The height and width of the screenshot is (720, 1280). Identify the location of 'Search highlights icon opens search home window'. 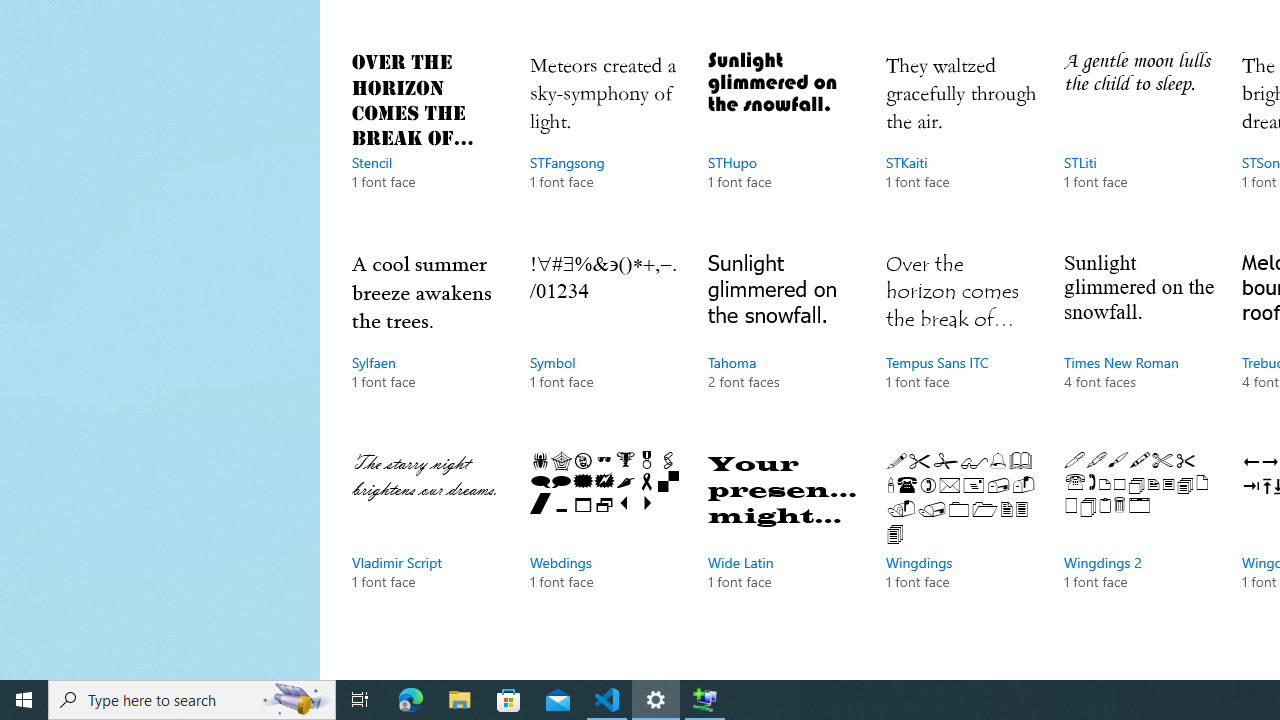
(294, 698).